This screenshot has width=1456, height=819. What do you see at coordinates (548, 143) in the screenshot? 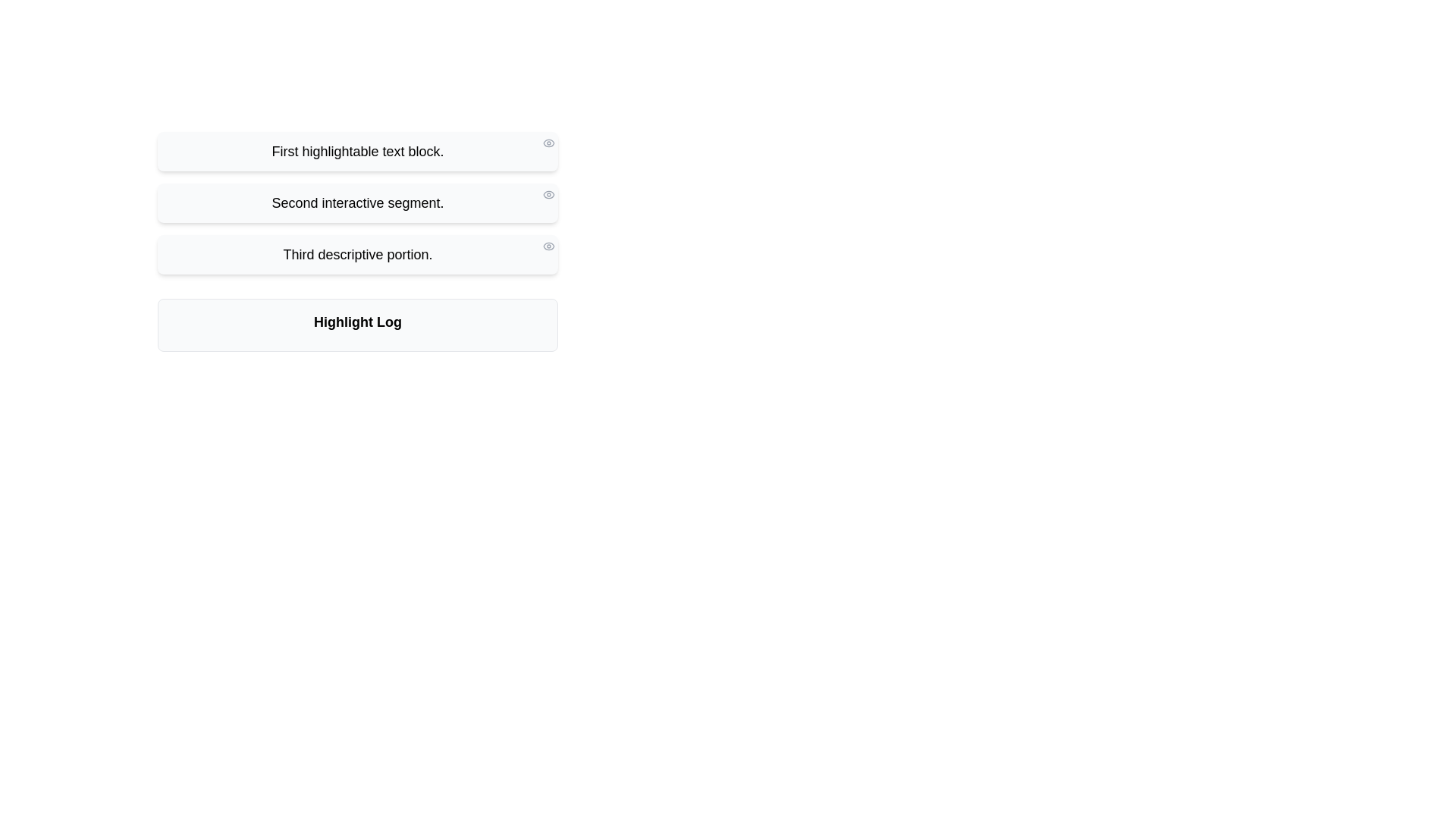
I see `the eye-shaped icon located at the top-right corner of the first text block` at bounding box center [548, 143].